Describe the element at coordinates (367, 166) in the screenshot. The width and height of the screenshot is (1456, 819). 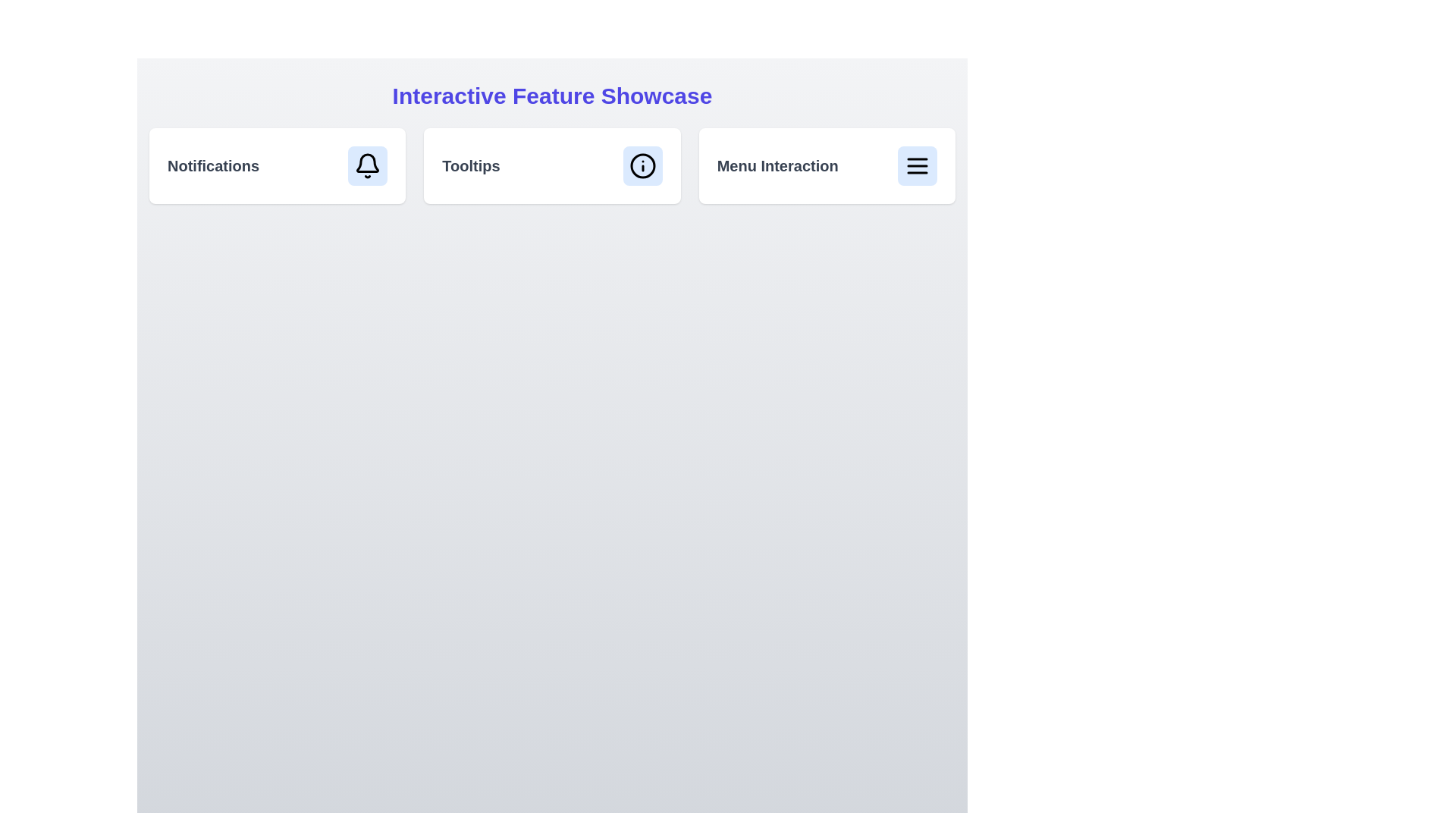
I see `the bell icon located within the Notifications card` at that location.